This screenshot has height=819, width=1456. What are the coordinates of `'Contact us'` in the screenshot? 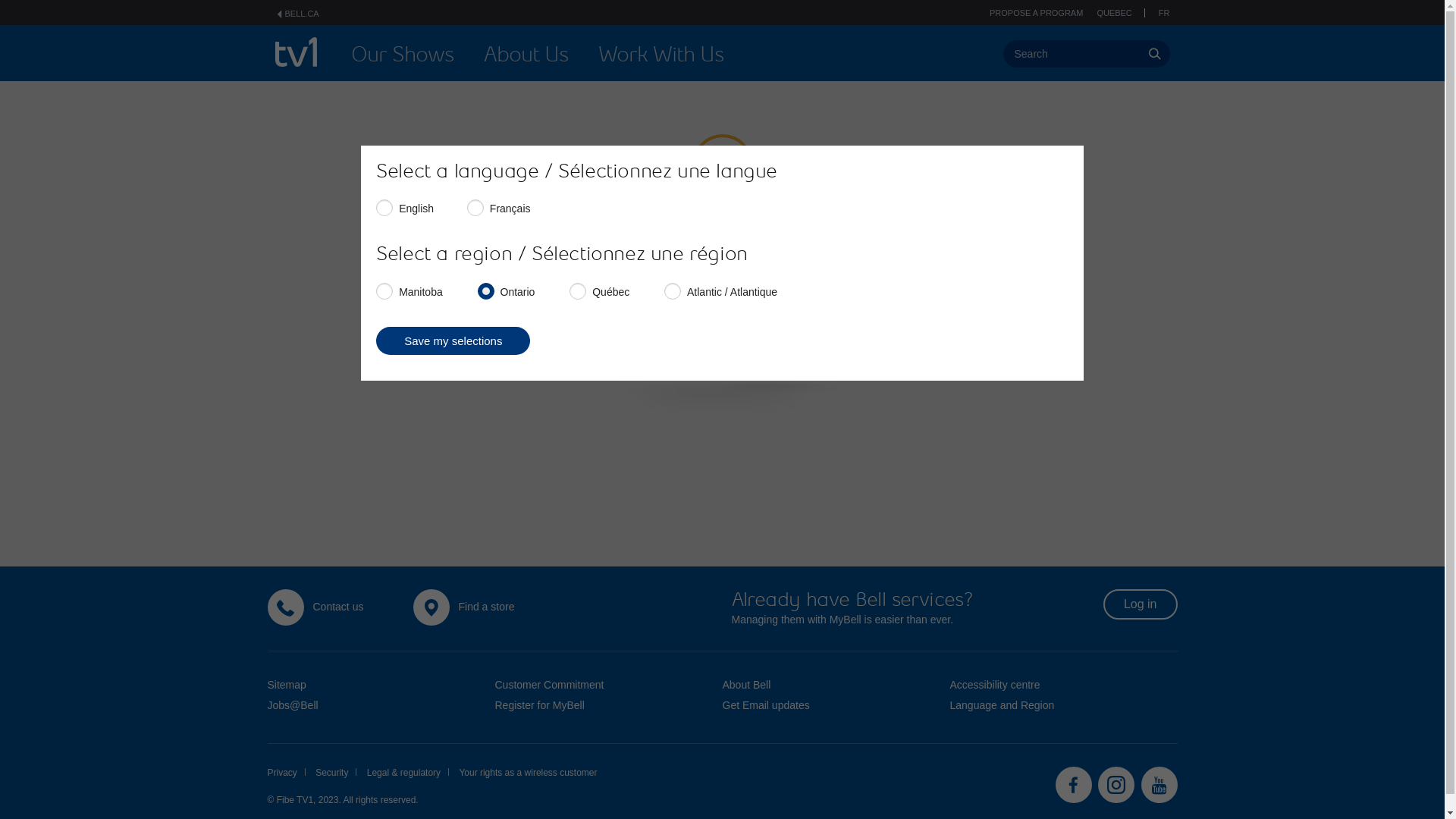 It's located at (337, 607).